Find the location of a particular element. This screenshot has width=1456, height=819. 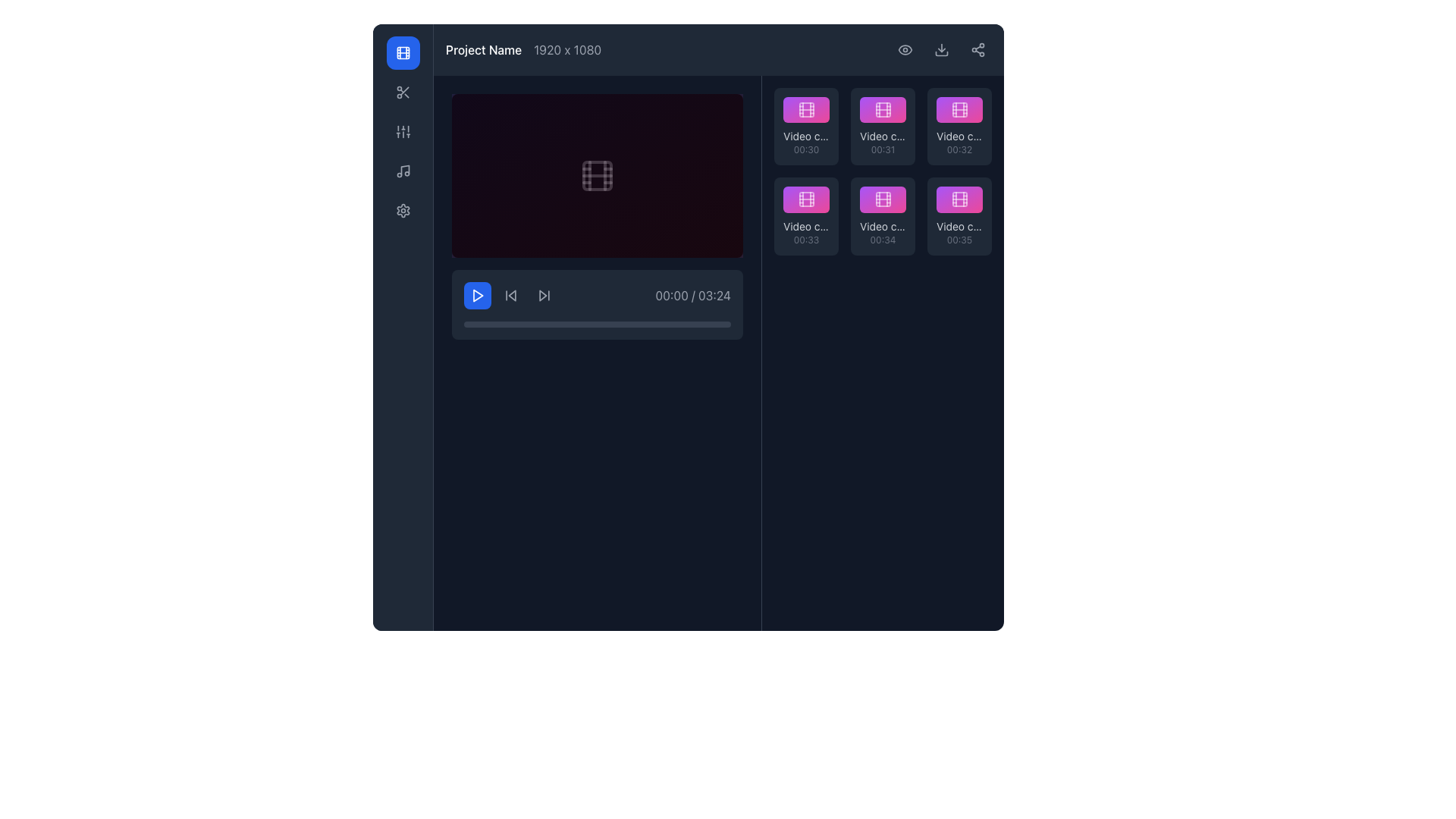

the progress bar is located at coordinates (658, 324).